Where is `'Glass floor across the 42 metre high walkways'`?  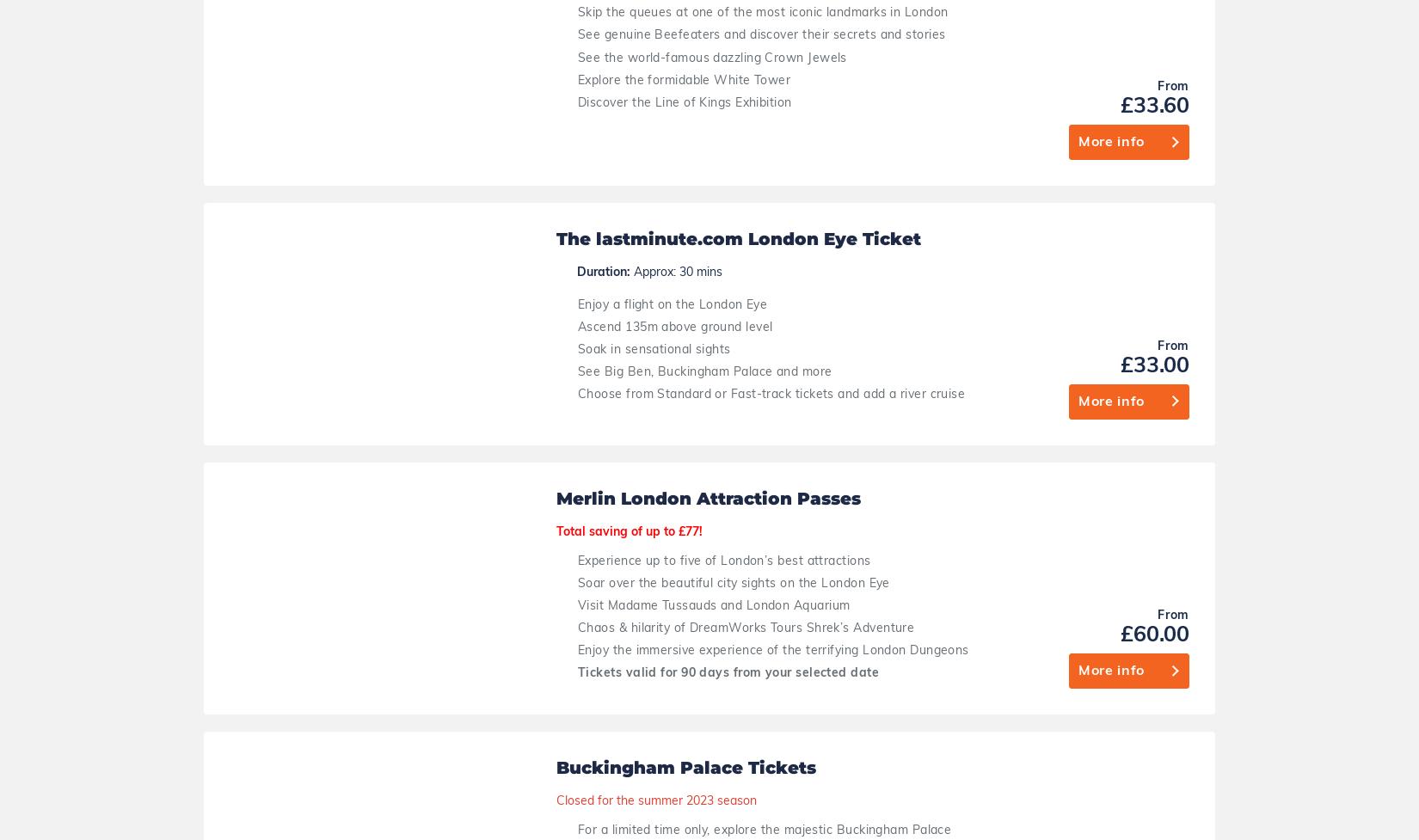 'Glass floor across the 42 metre high walkways' is located at coordinates (715, 718).